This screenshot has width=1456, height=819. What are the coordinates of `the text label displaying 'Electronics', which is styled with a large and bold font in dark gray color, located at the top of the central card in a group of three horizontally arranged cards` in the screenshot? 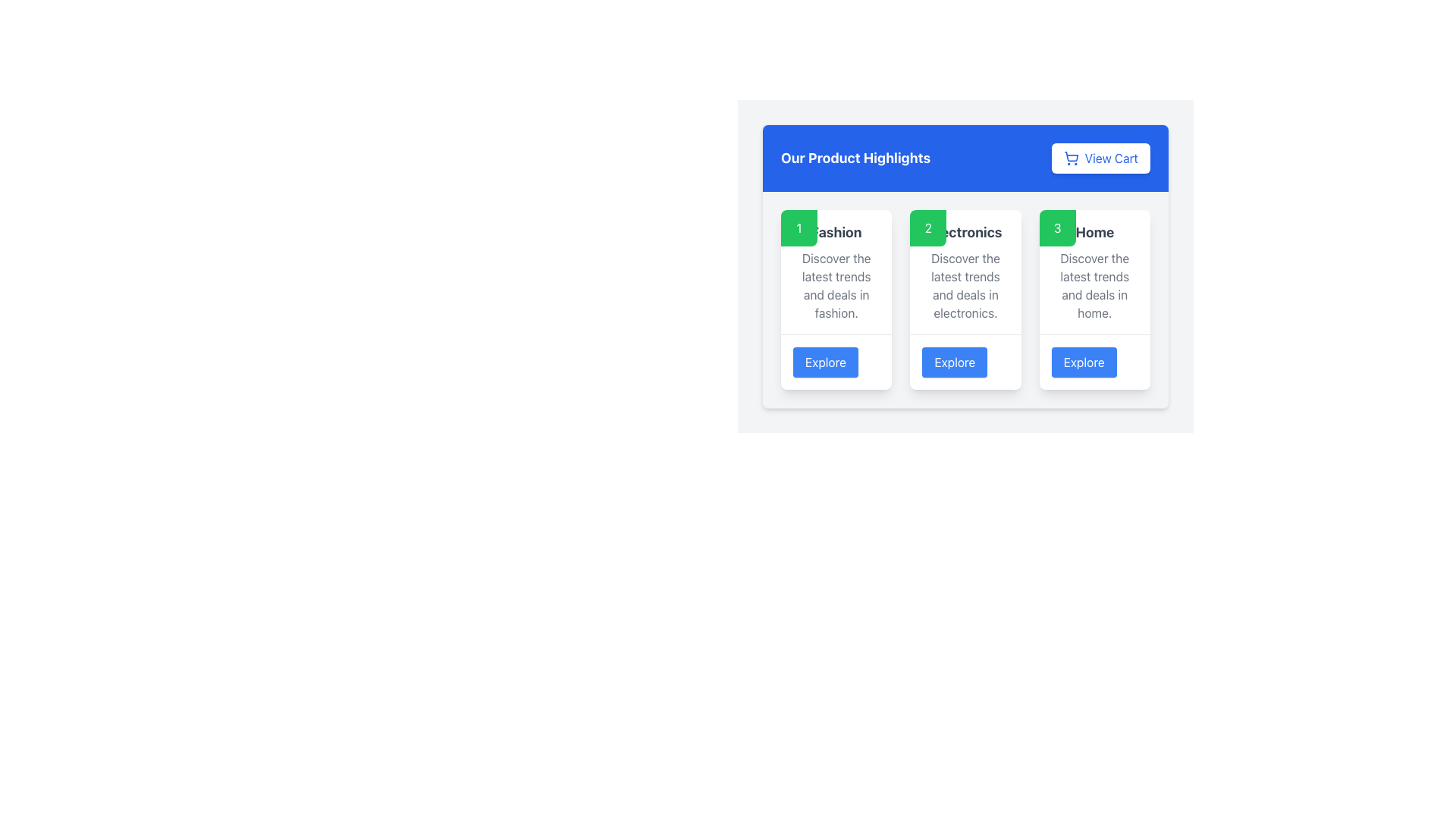 It's located at (965, 233).